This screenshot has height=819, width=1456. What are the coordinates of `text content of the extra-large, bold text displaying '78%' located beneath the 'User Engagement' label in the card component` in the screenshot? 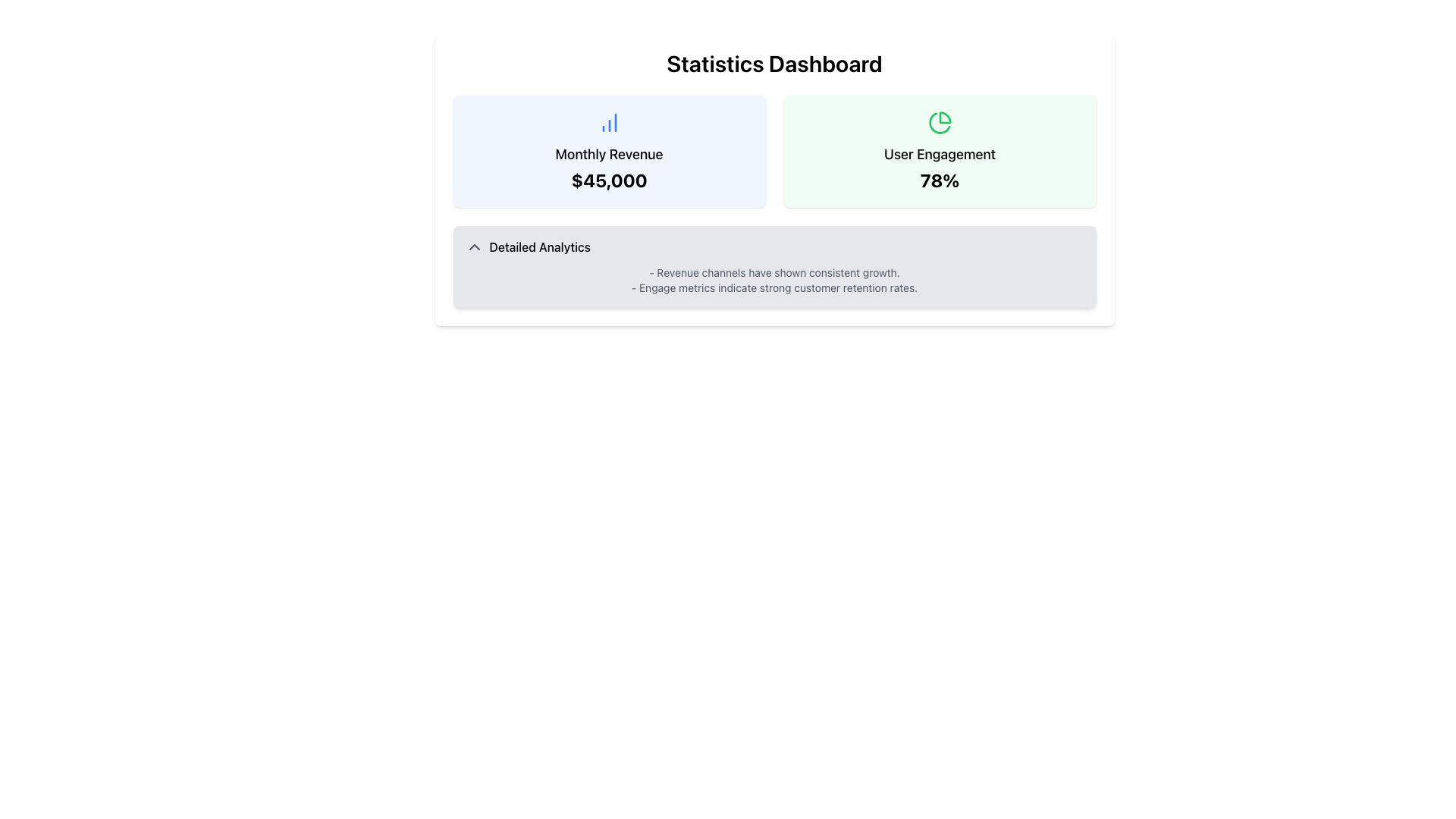 It's located at (939, 180).